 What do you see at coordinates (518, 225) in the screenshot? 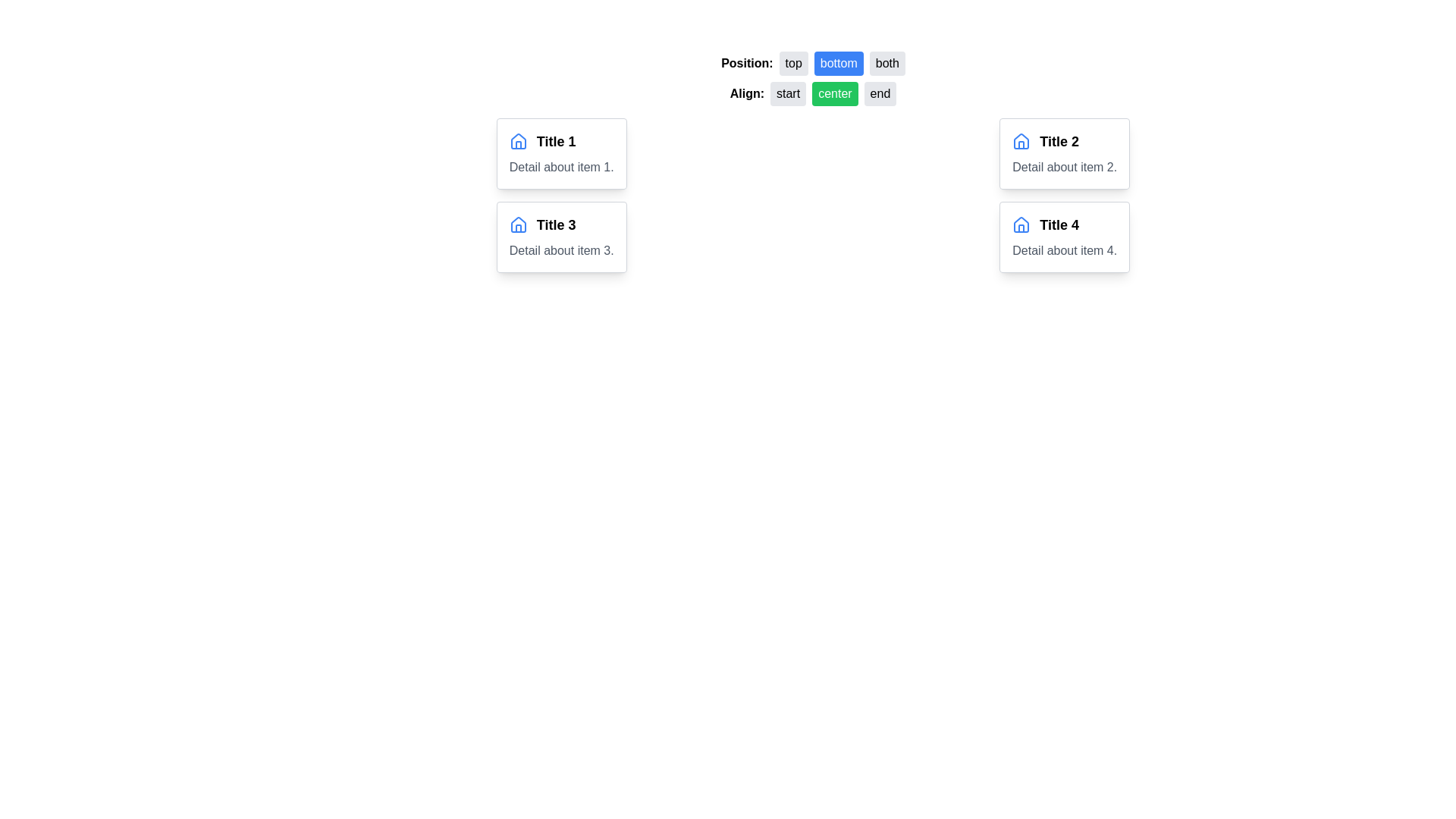
I see `the house icon located in the card labeled 'Title 3' positioned in the bottom-left region of the layout` at bounding box center [518, 225].